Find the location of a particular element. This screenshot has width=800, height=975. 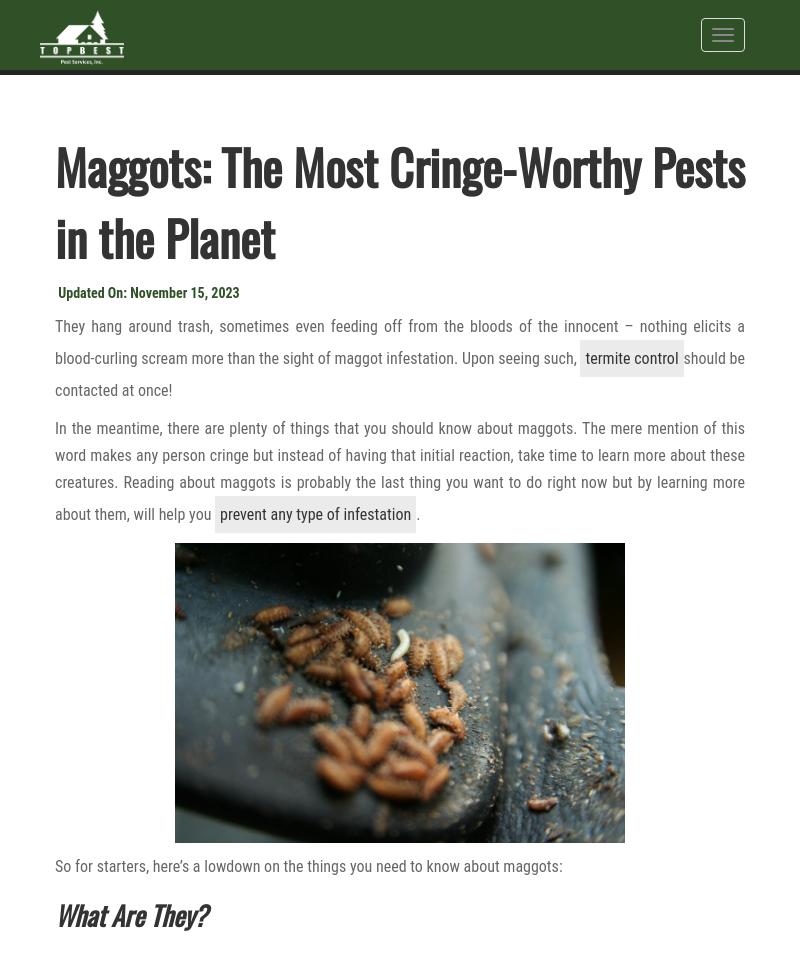

'In the meantime, there are plenty of things that you should know about maggots. The mere mention of this word makes any person cringe but instead of having that initial reaction, take time to learn more about these creatures. Reading about maggots is probably the last thing you want to do right now but by learning more about them, will help you' is located at coordinates (54, 471).